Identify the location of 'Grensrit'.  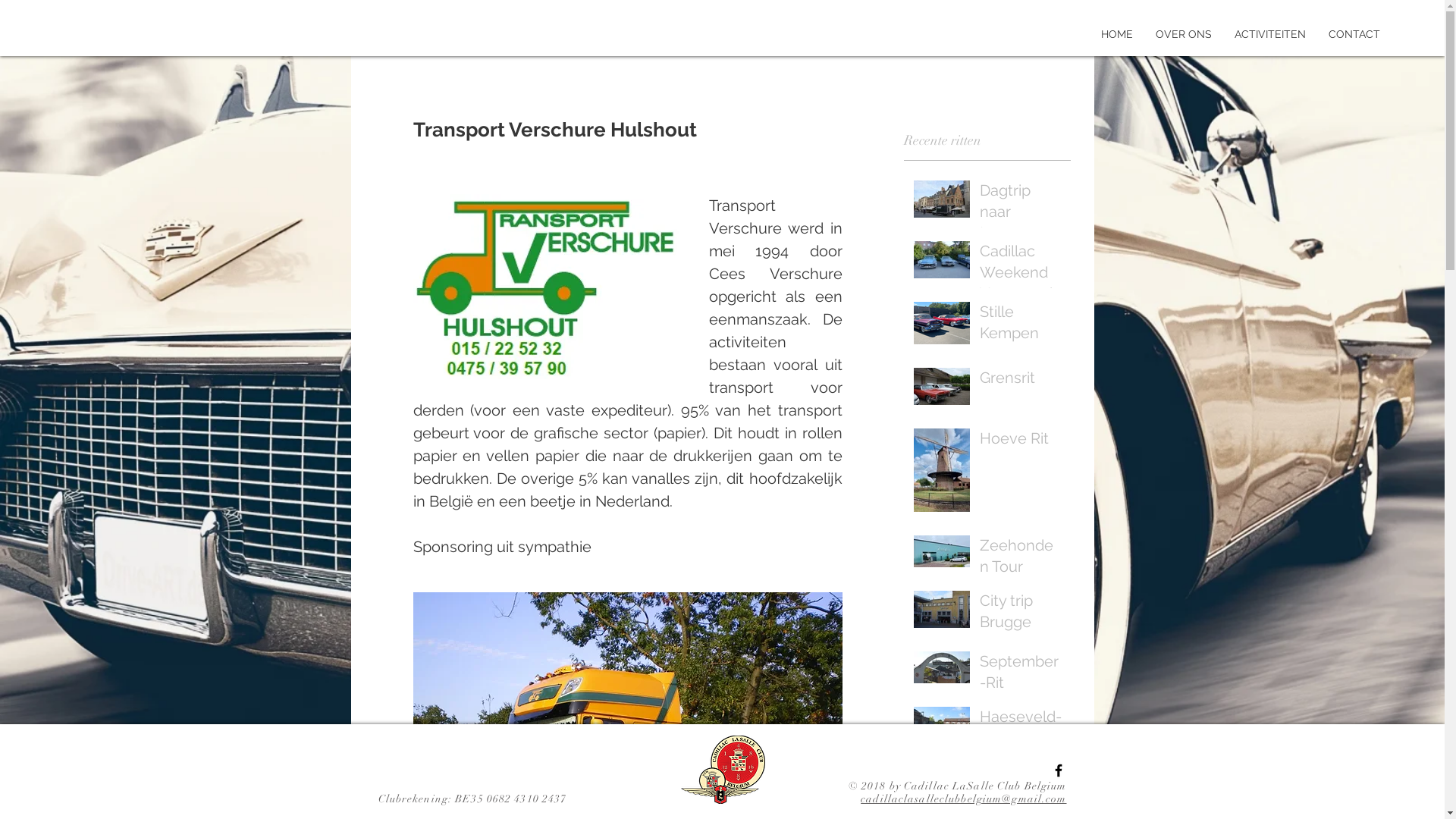
(1020, 379).